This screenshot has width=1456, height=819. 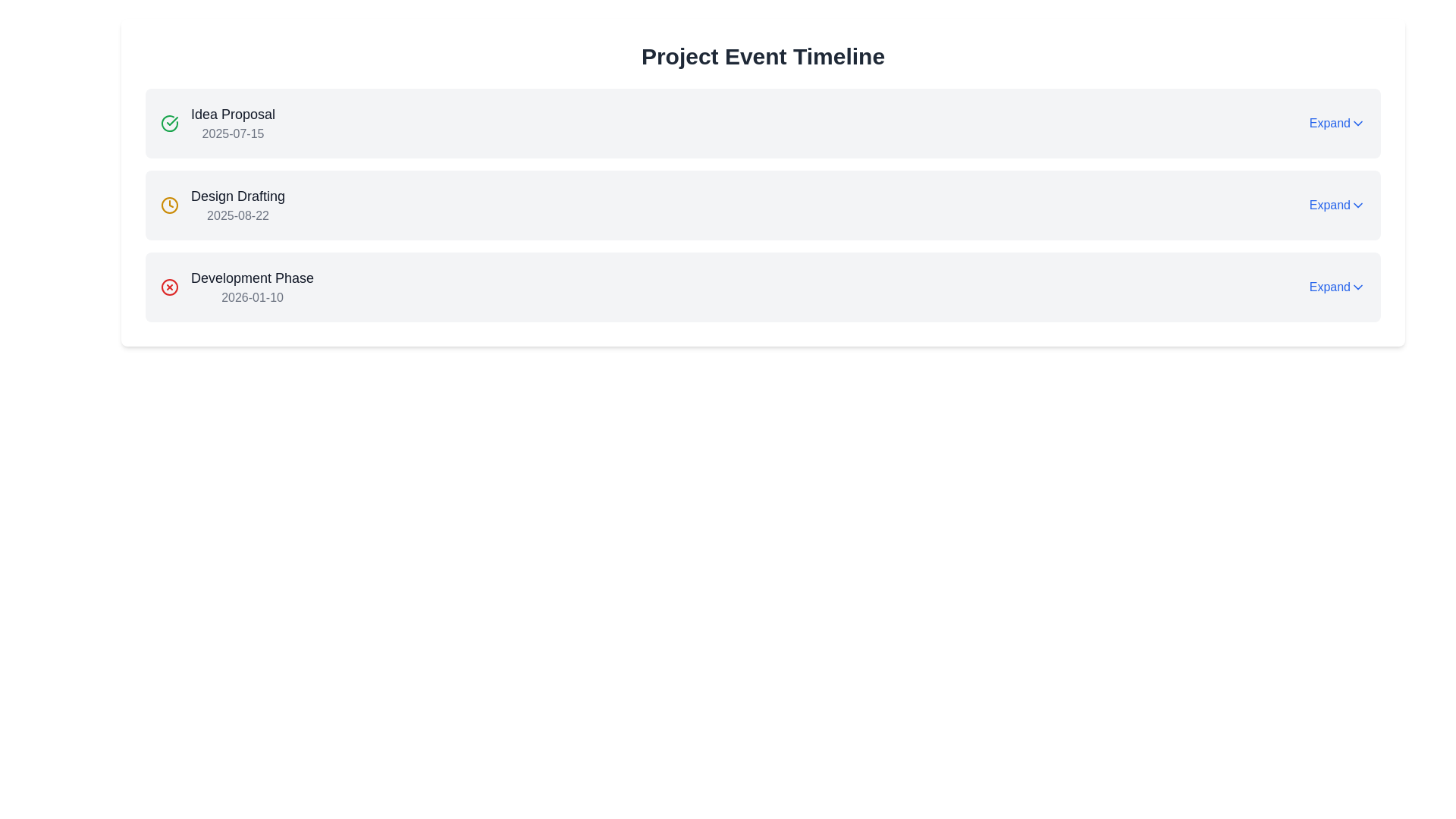 I want to click on the clock icon located to the left of the text 'Design Drafting' in the second item of the vertically stacked list of project events, so click(x=170, y=205).